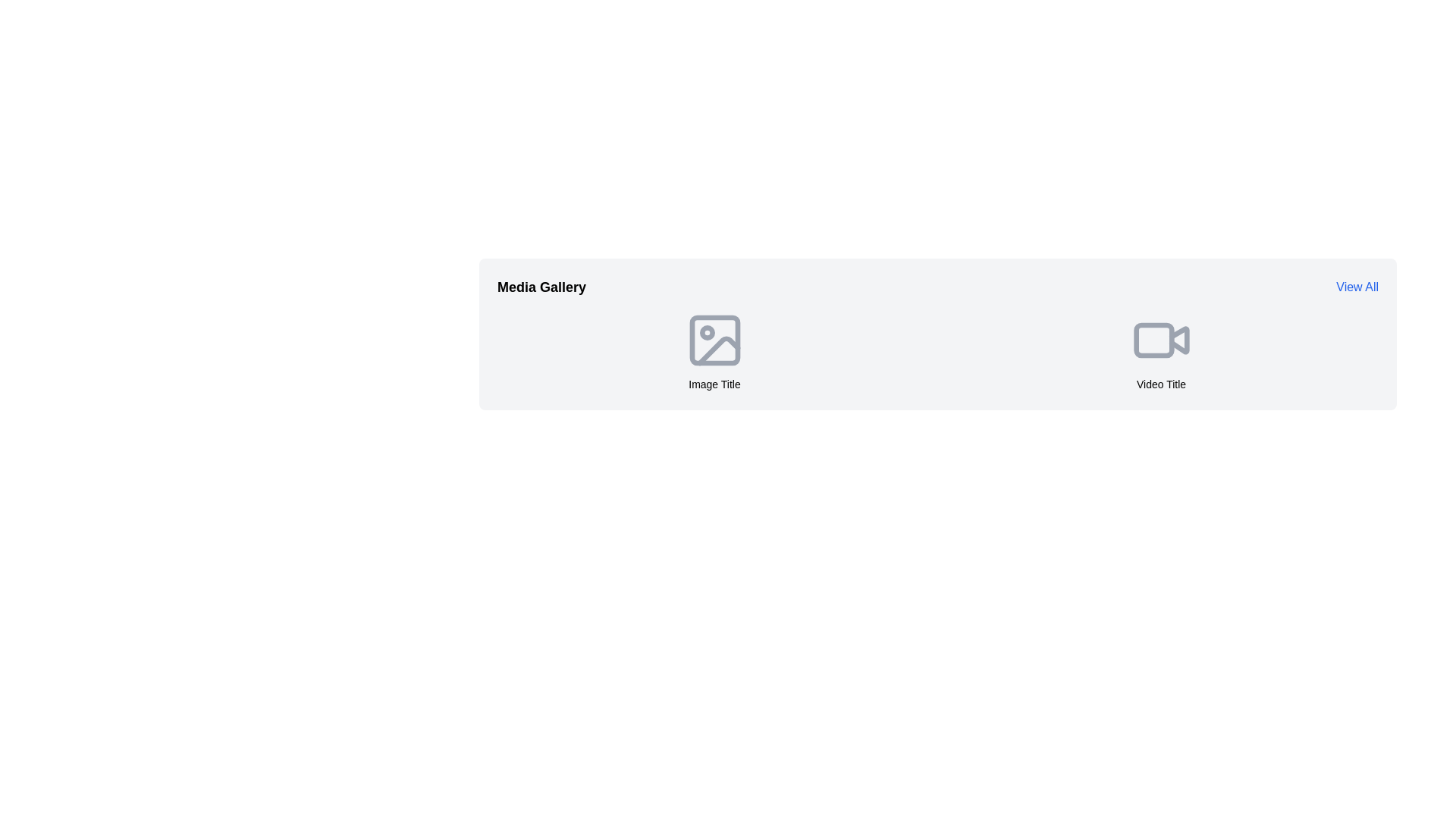  Describe the element at coordinates (1160, 350) in the screenshot. I see `the video camera icon in the interactive card labeled 'Video Title' to potentially reveal additional information` at that location.